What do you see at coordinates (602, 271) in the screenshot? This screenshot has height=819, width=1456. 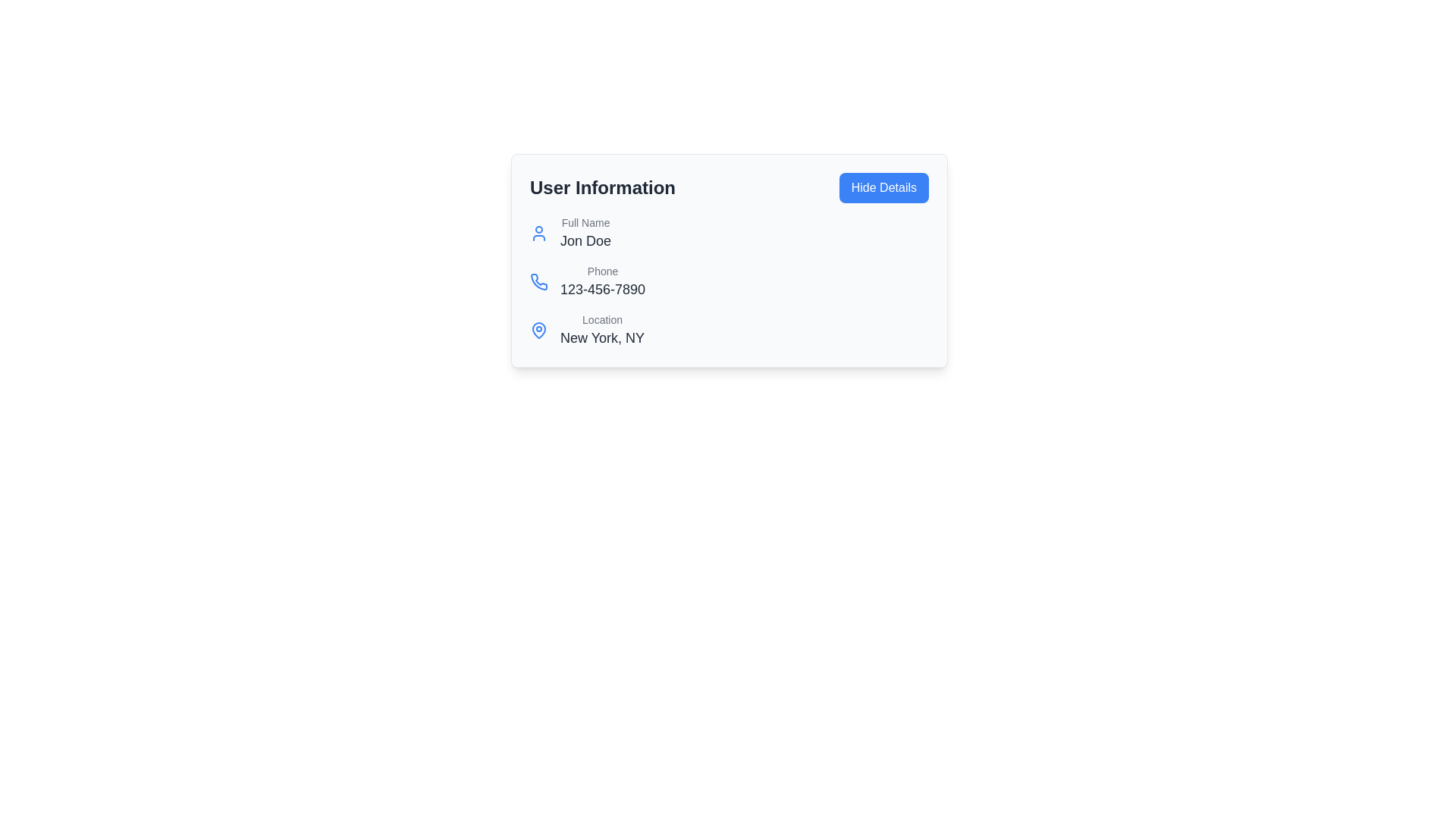 I see `the text label that describes the phone number, positioned below 'Full Name' and above '123-456-7890', to the right of the phone icon` at bounding box center [602, 271].